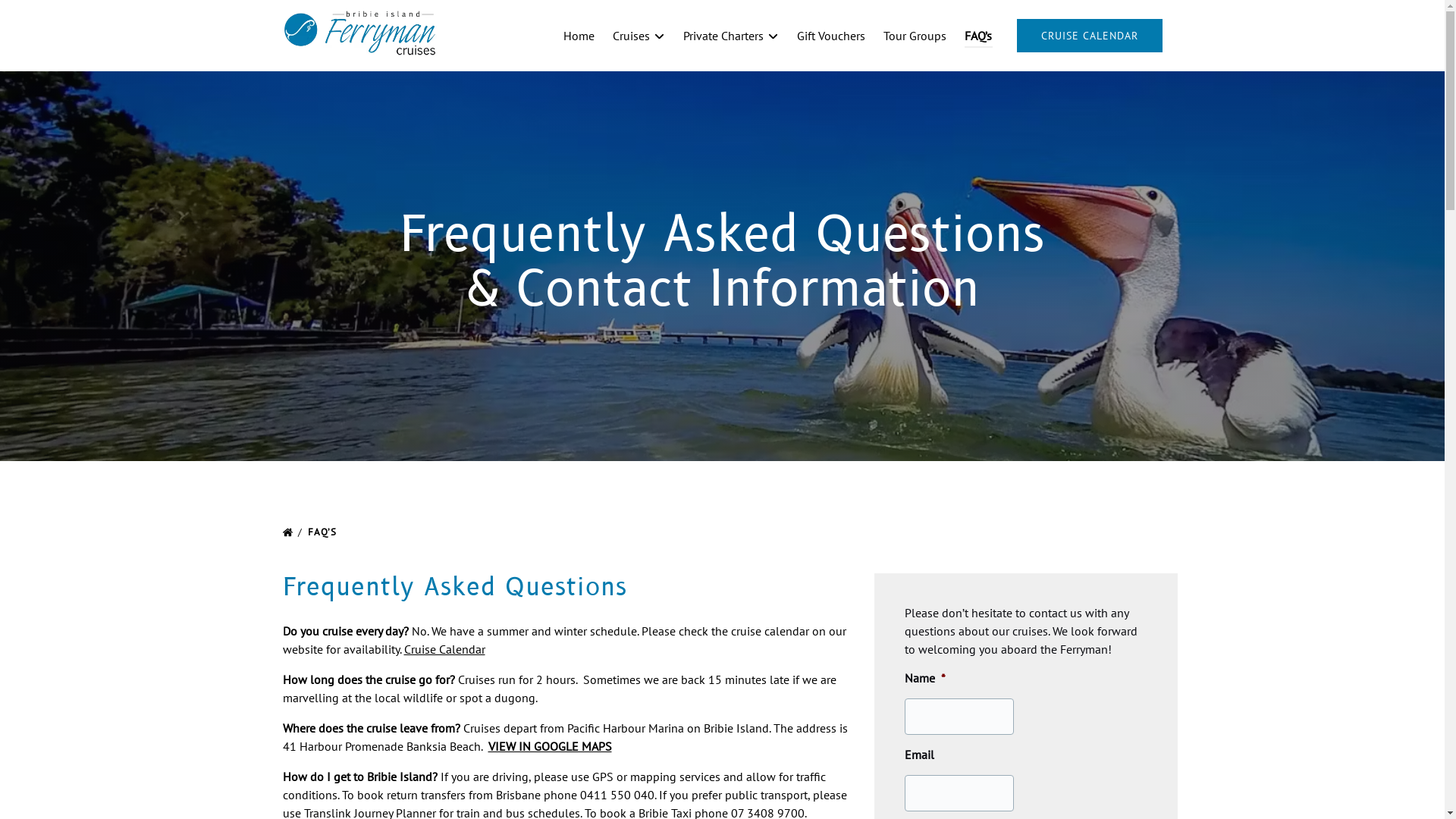 The image size is (1456, 819). What do you see at coordinates (47, 17) in the screenshot?
I see `'Skip to content'` at bounding box center [47, 17].